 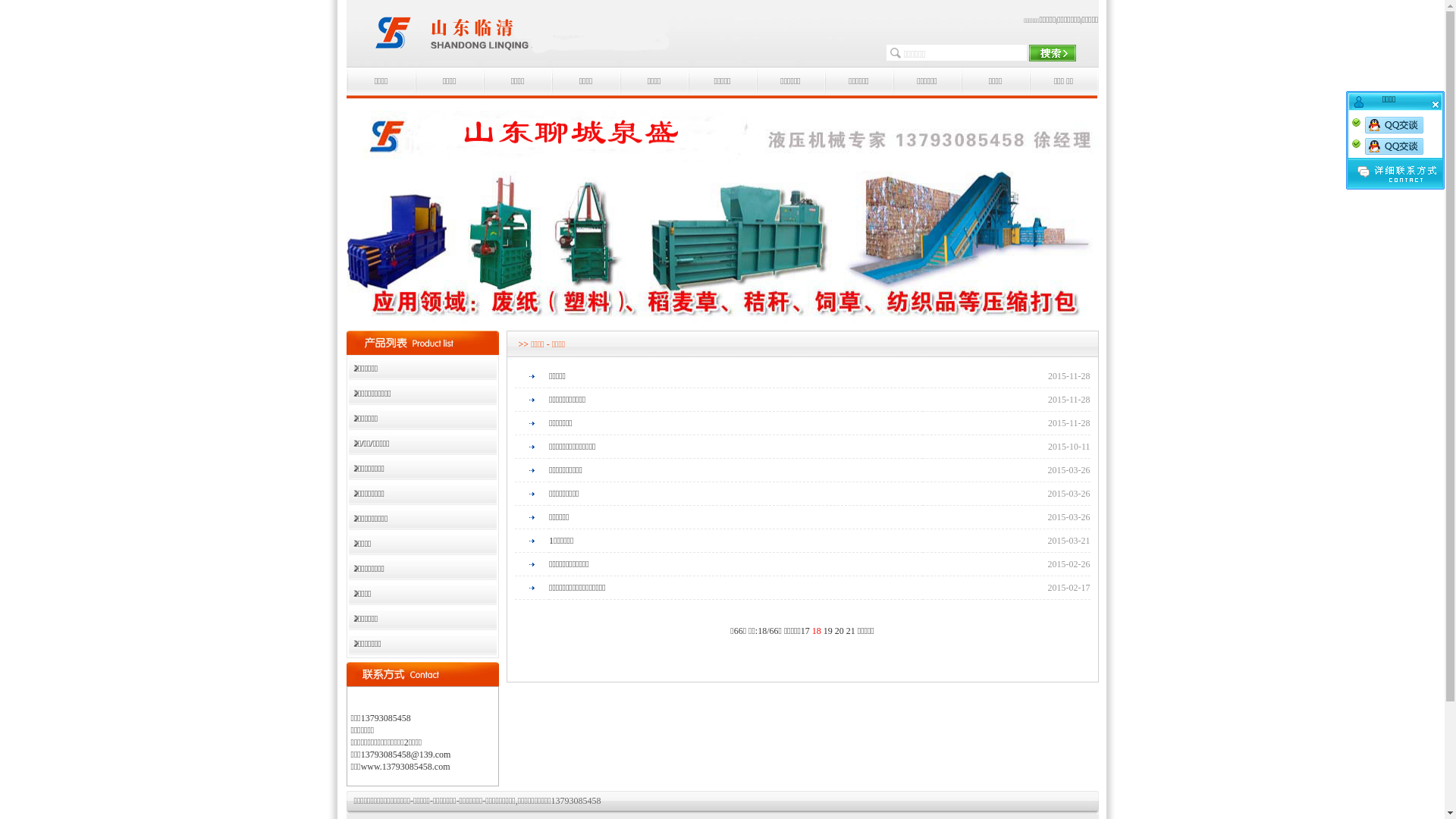 What do you see at coordinates (406, 755) in the screenshot?
I see `'13793085458@139.com'` at bounding box center [406, 755].